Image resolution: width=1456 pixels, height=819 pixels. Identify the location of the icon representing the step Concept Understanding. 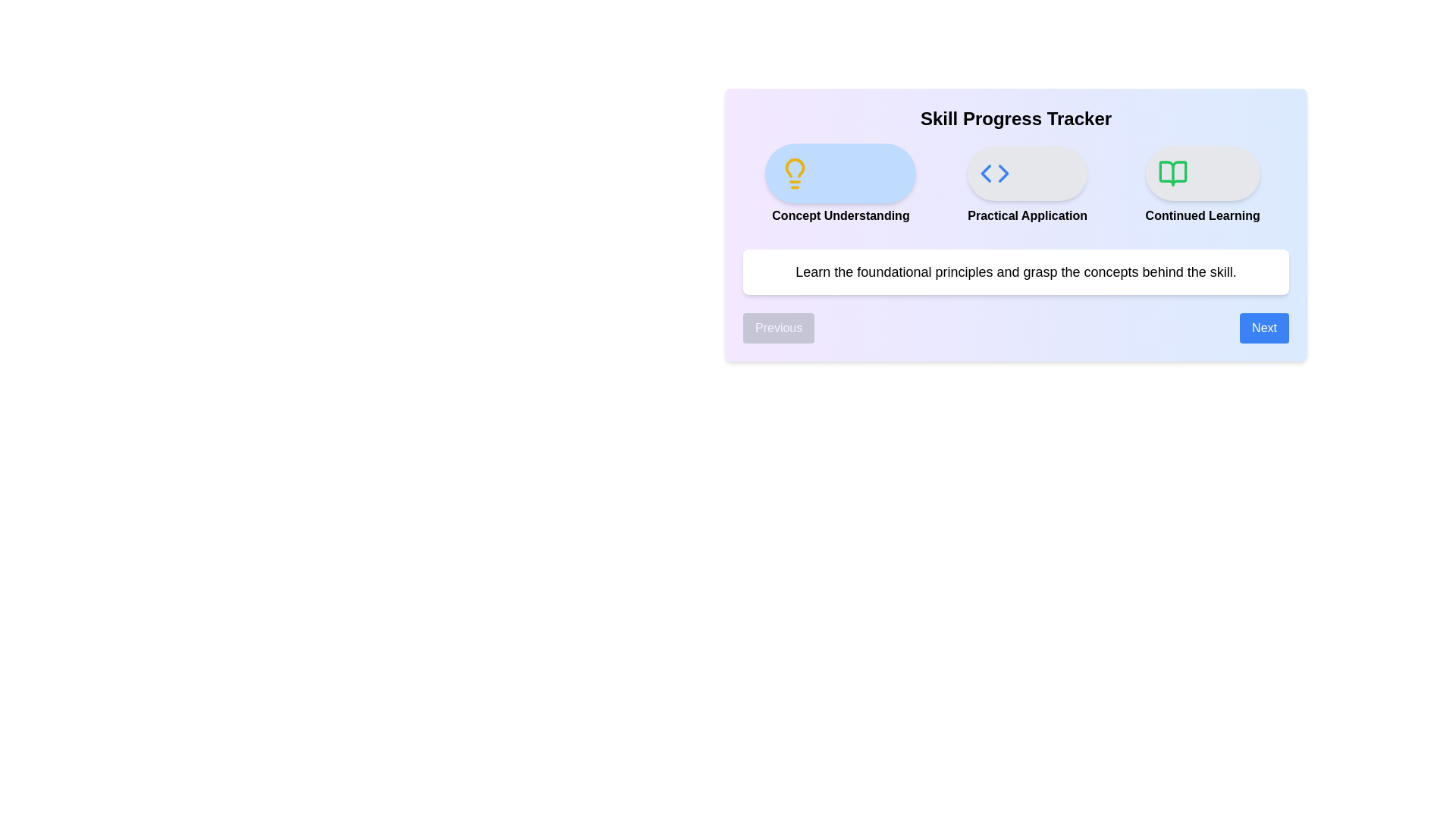
(839, 172).